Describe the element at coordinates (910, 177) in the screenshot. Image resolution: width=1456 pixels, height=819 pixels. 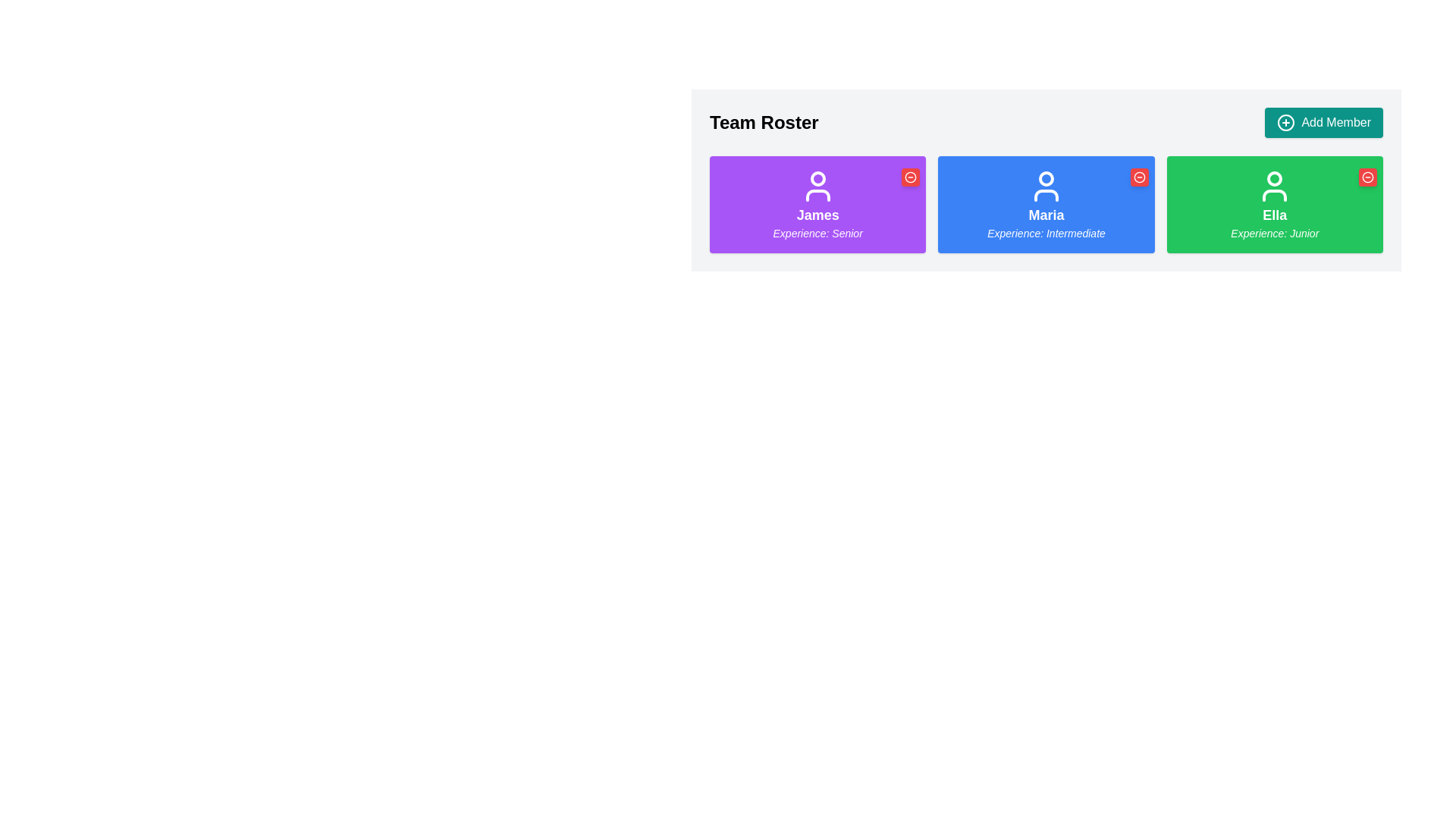
I see `the red rounded button with a minus sign icon located at the top-right corner of the purple card representing 'James'` at that location.